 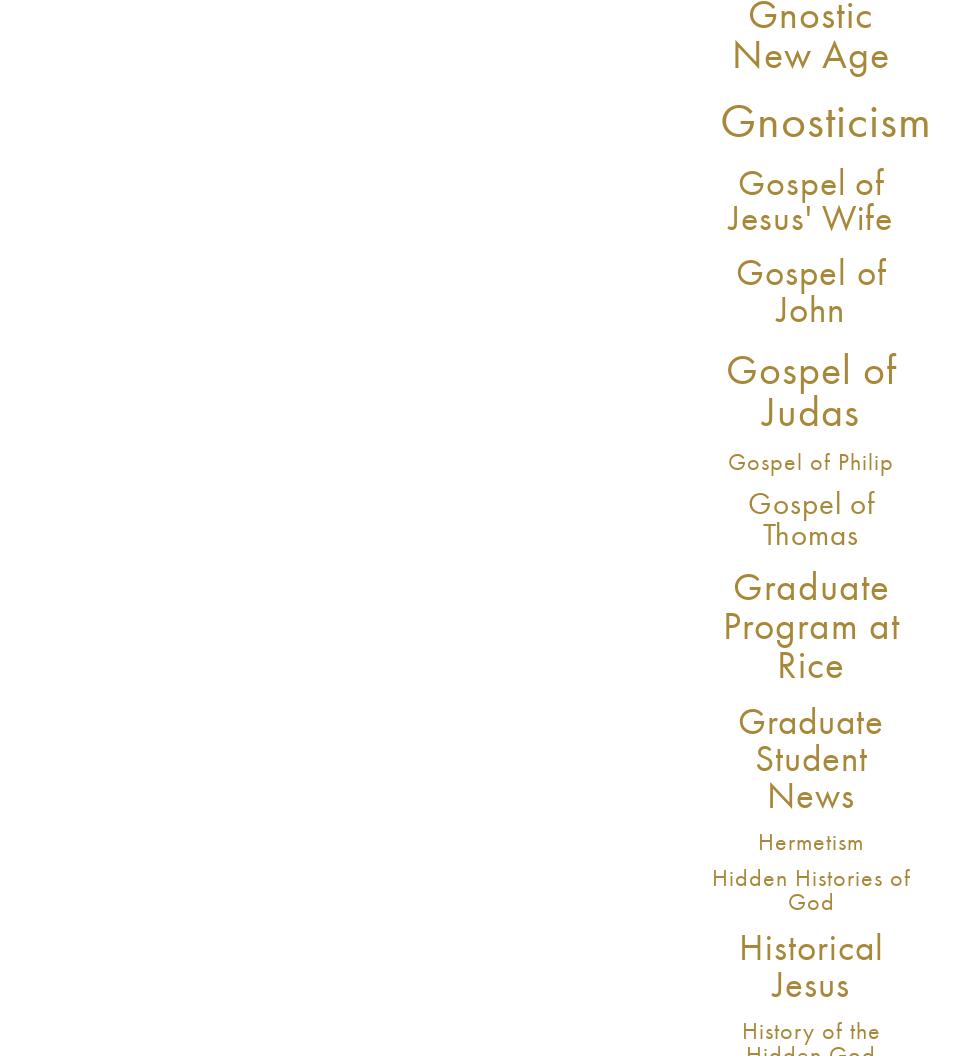 I want to click on 'Gnosticism', so click(x=824, y=118).